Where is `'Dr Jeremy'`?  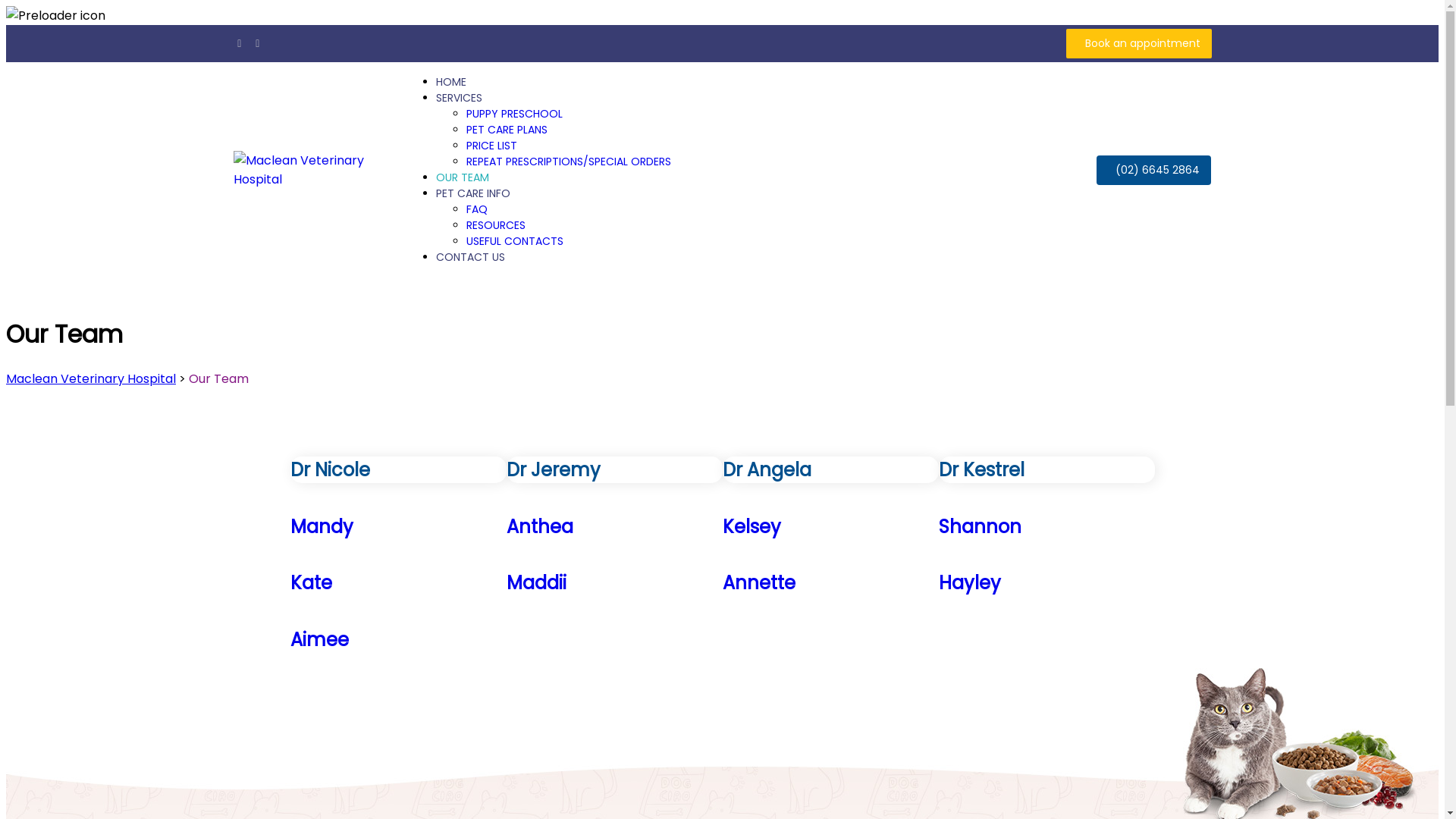
'Dr Jeremy' is located at coordinates (506, 469).